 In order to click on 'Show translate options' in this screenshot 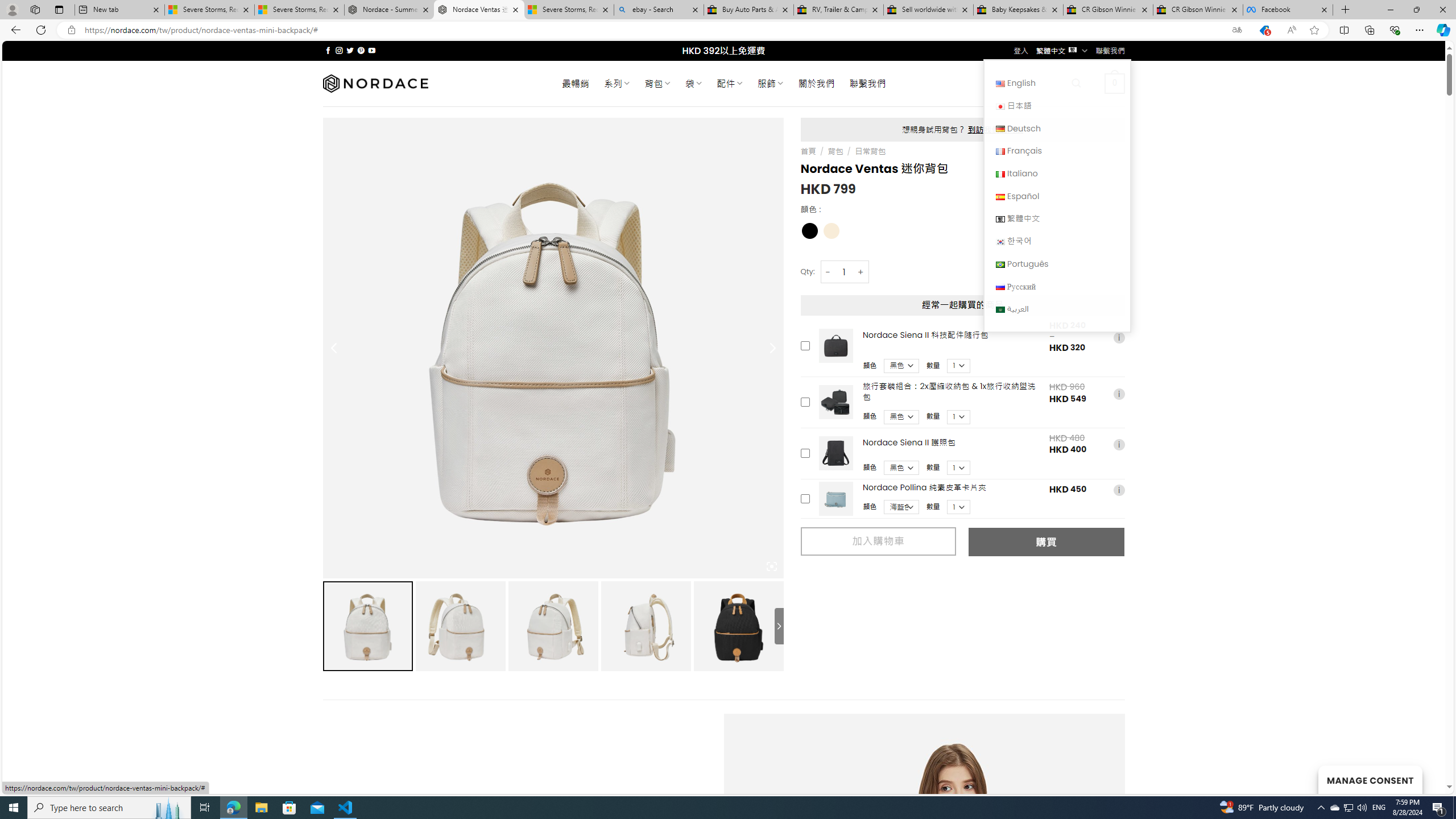, I will do `click(1236, 30)`.